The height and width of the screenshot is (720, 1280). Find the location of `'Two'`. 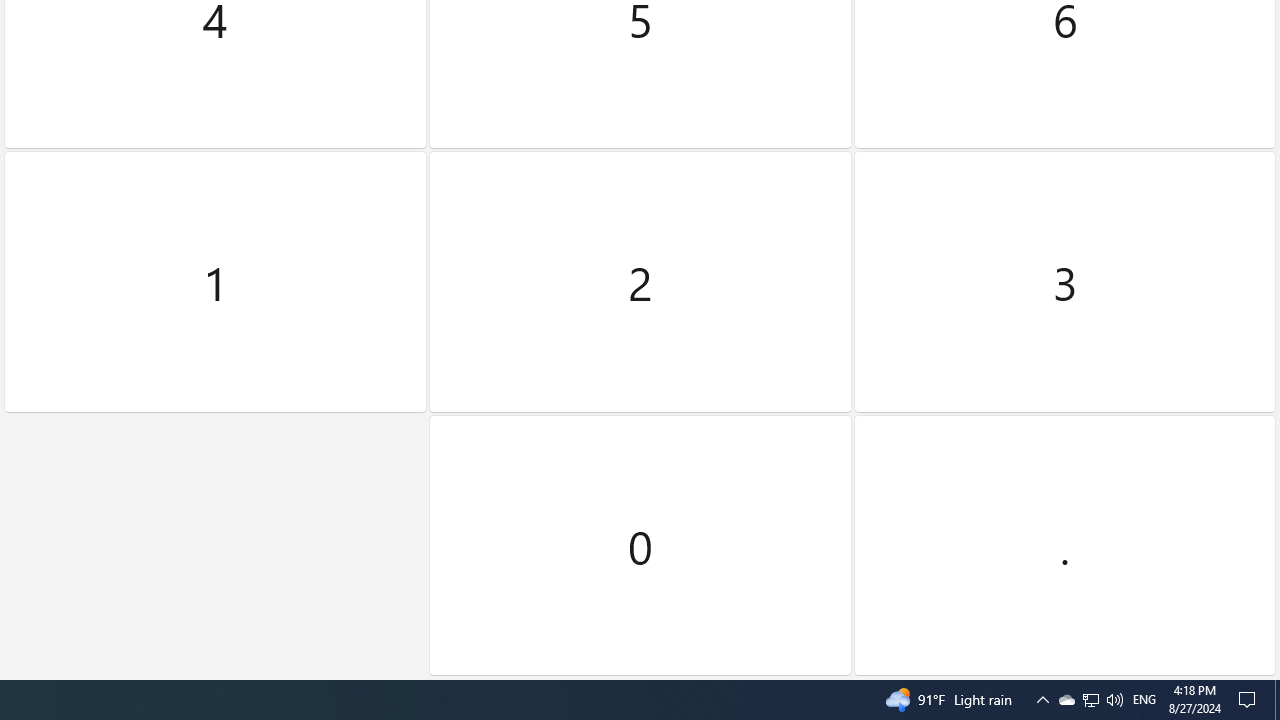

'Two' is located at coordinates (640, 282).